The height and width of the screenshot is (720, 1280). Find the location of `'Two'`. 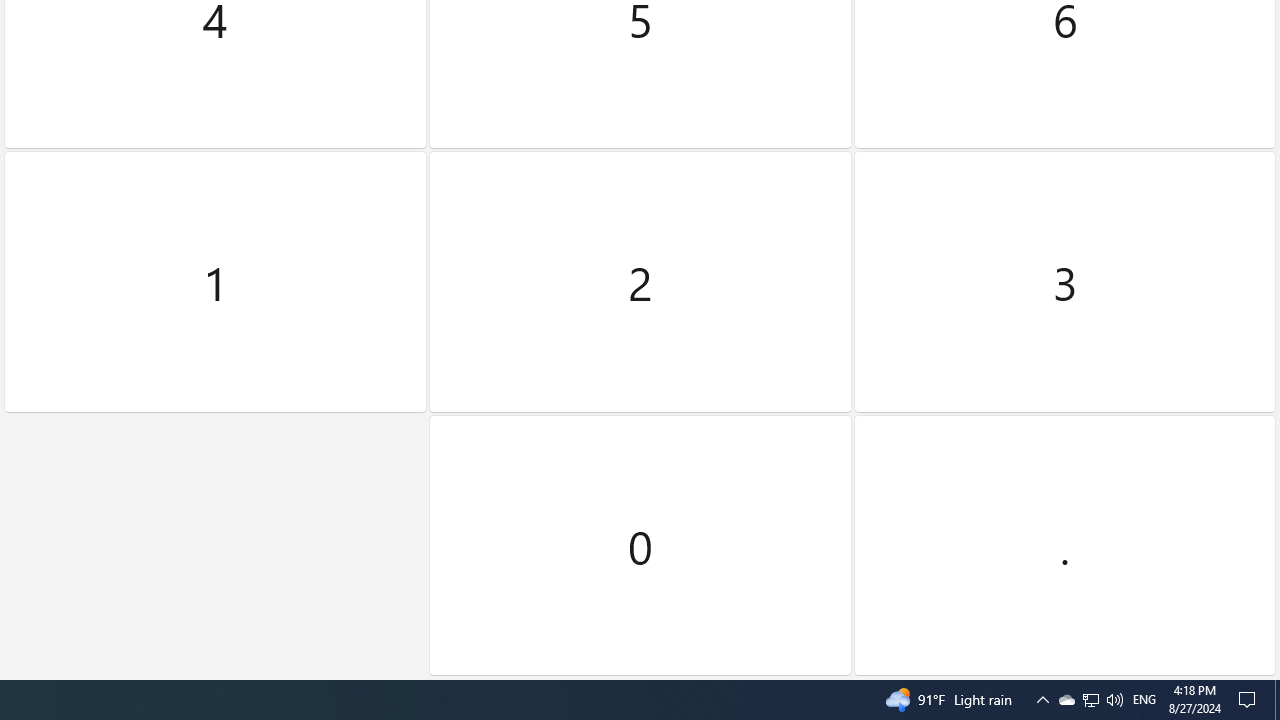

'Two' is located at coordinates (640, 282).